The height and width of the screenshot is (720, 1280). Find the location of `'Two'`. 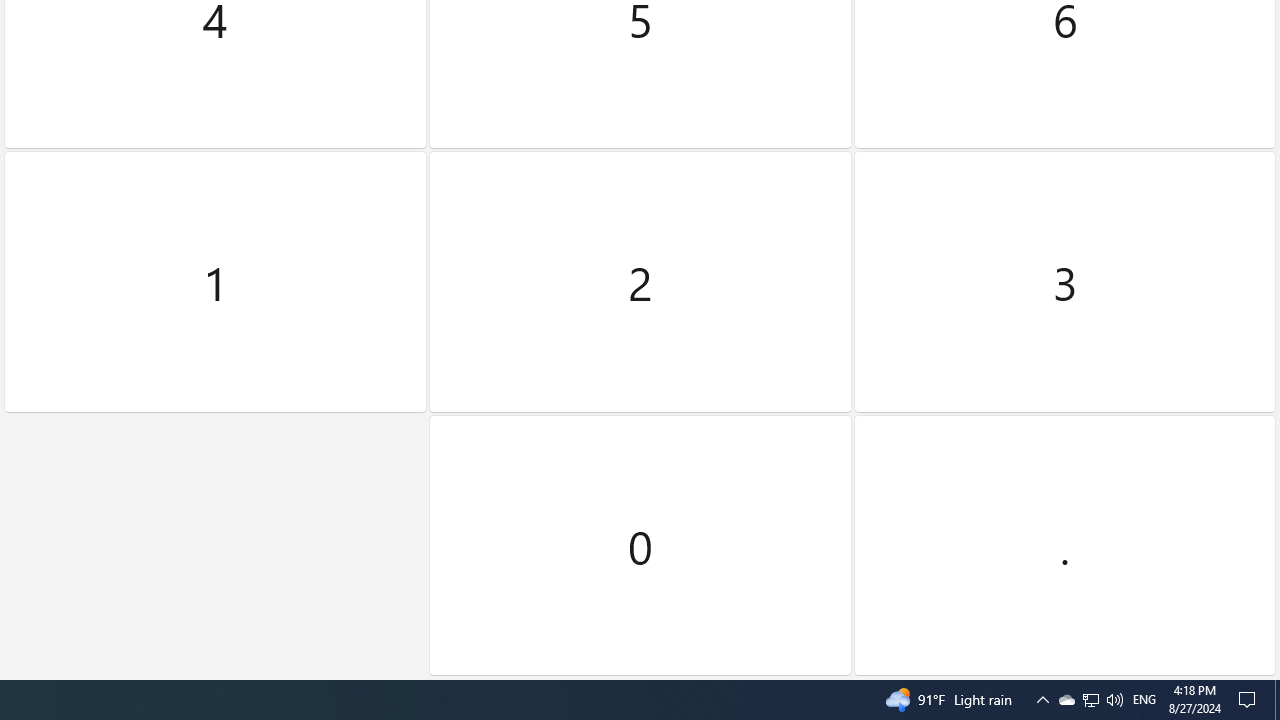

'Two' is located at coordinates (640, 282).